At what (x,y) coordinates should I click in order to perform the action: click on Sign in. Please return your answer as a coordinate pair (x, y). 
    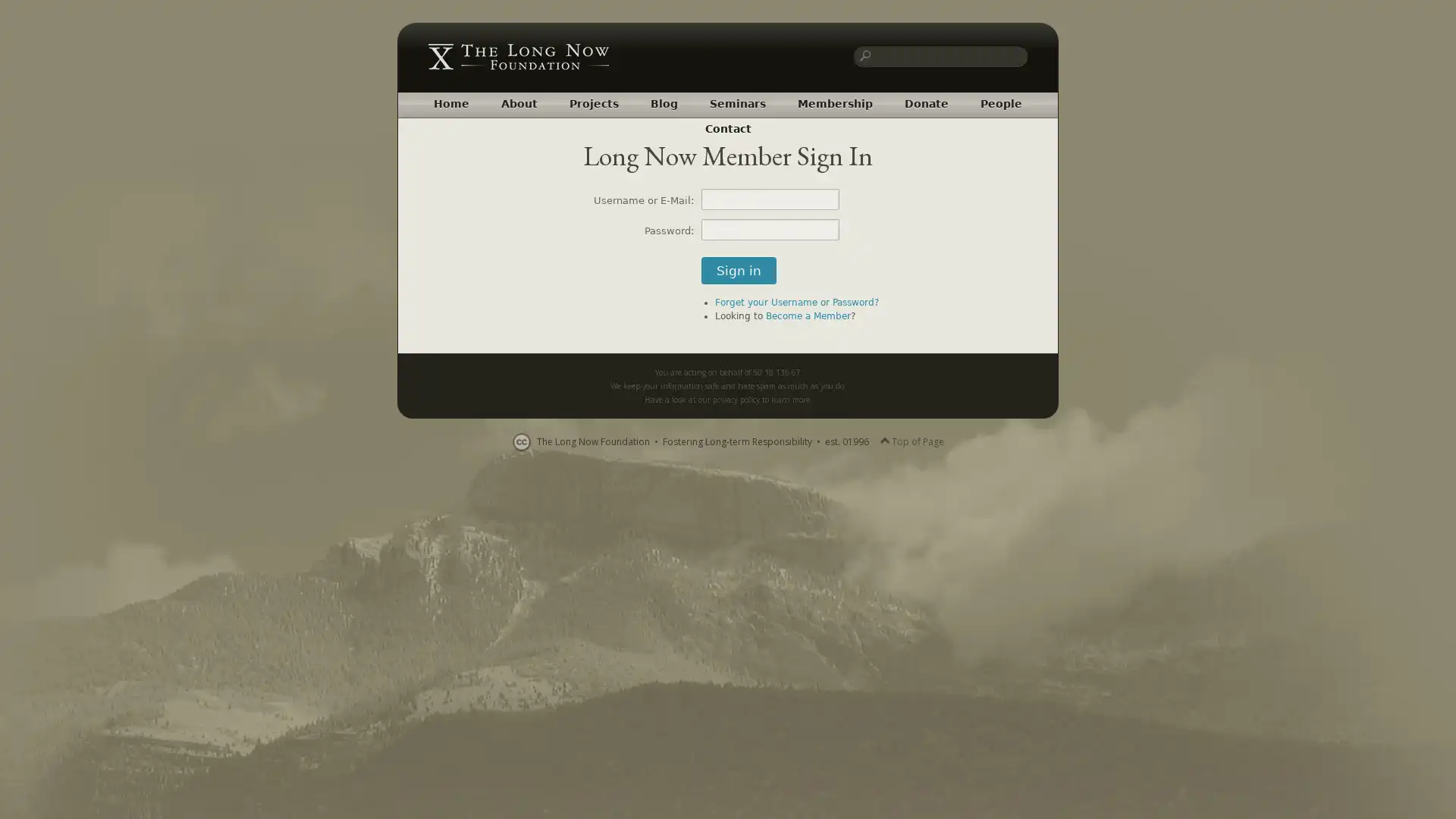
    Looking at the image, I should click on (739, 270).